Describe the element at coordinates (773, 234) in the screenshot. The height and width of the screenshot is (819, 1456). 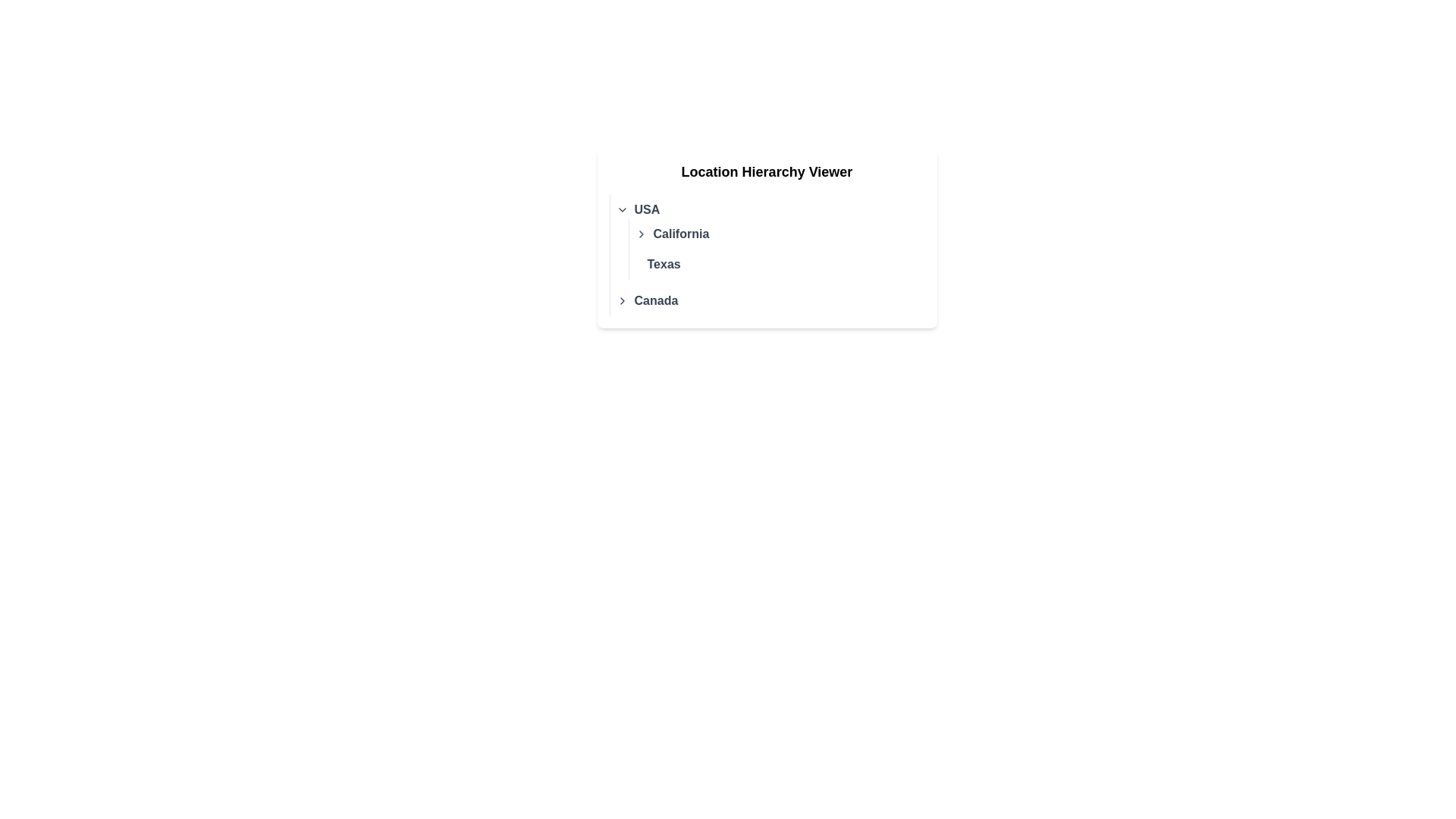
I see `the interactive hierarchical list item labeled 'California'` at that location.